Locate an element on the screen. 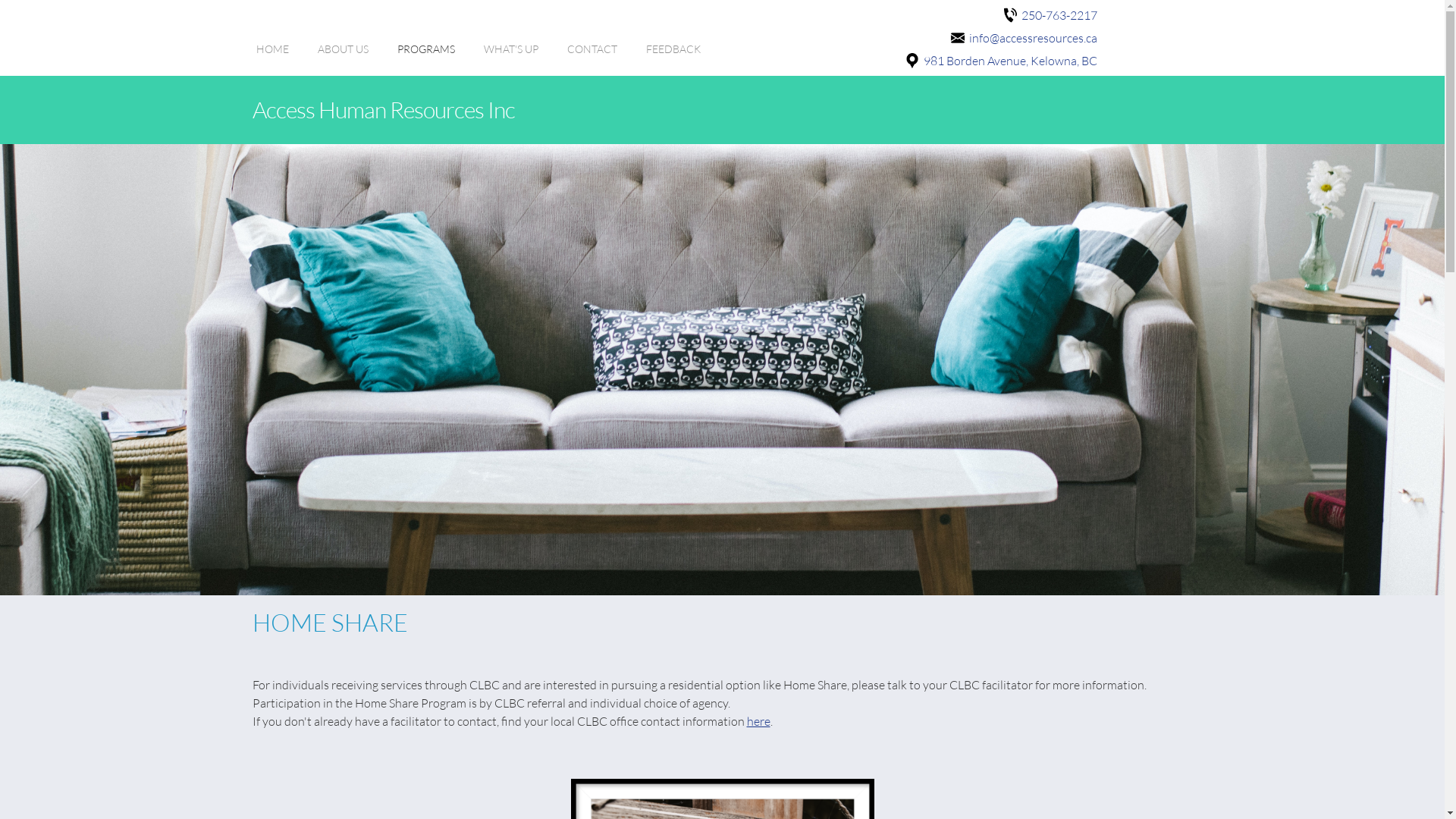  'CONTACT' is located at coordinates (591, 55).